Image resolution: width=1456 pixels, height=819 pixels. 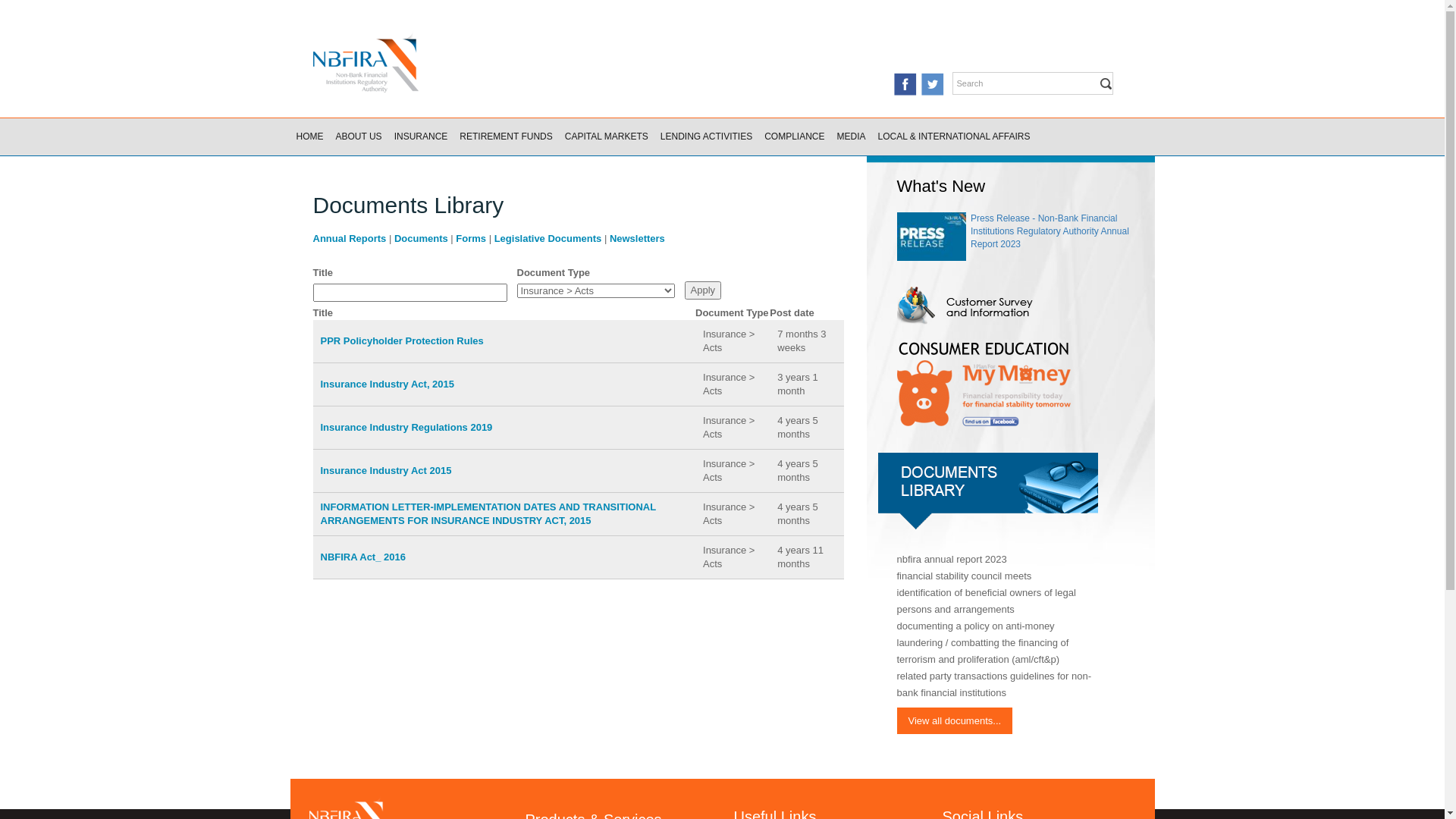 What do you see at coordinates (637, 238) in the screenshot?
I see `'Newsletters'` at bounding box center [637, 238].